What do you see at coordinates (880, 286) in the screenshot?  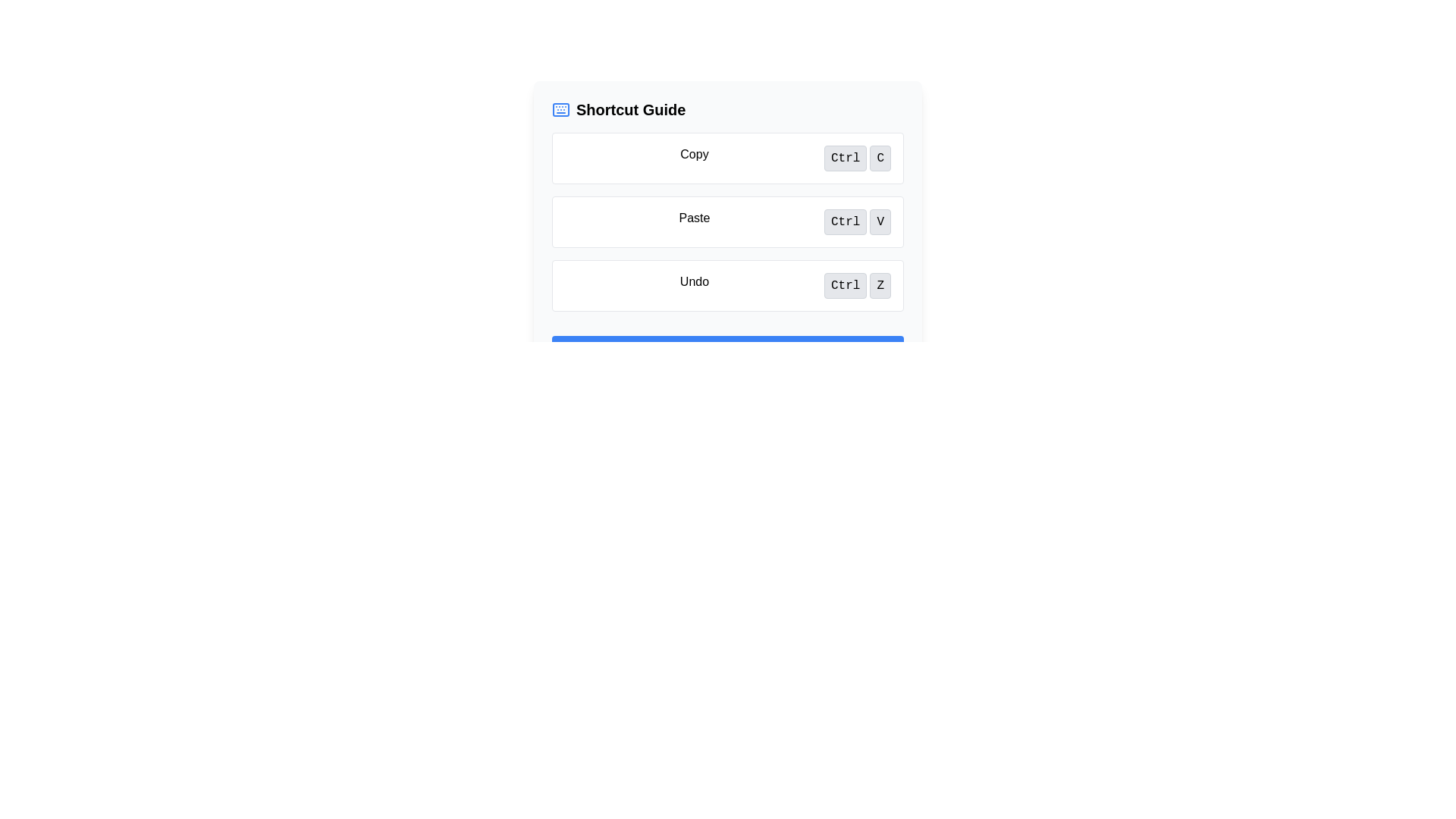 I see `the text content of the button displaying the shortcut key 'Z' for the 'Undo' action, which is part of a grouped button set aligned horizontally in the bottom row of the shortcut guide` at bounding box center [880, 286].